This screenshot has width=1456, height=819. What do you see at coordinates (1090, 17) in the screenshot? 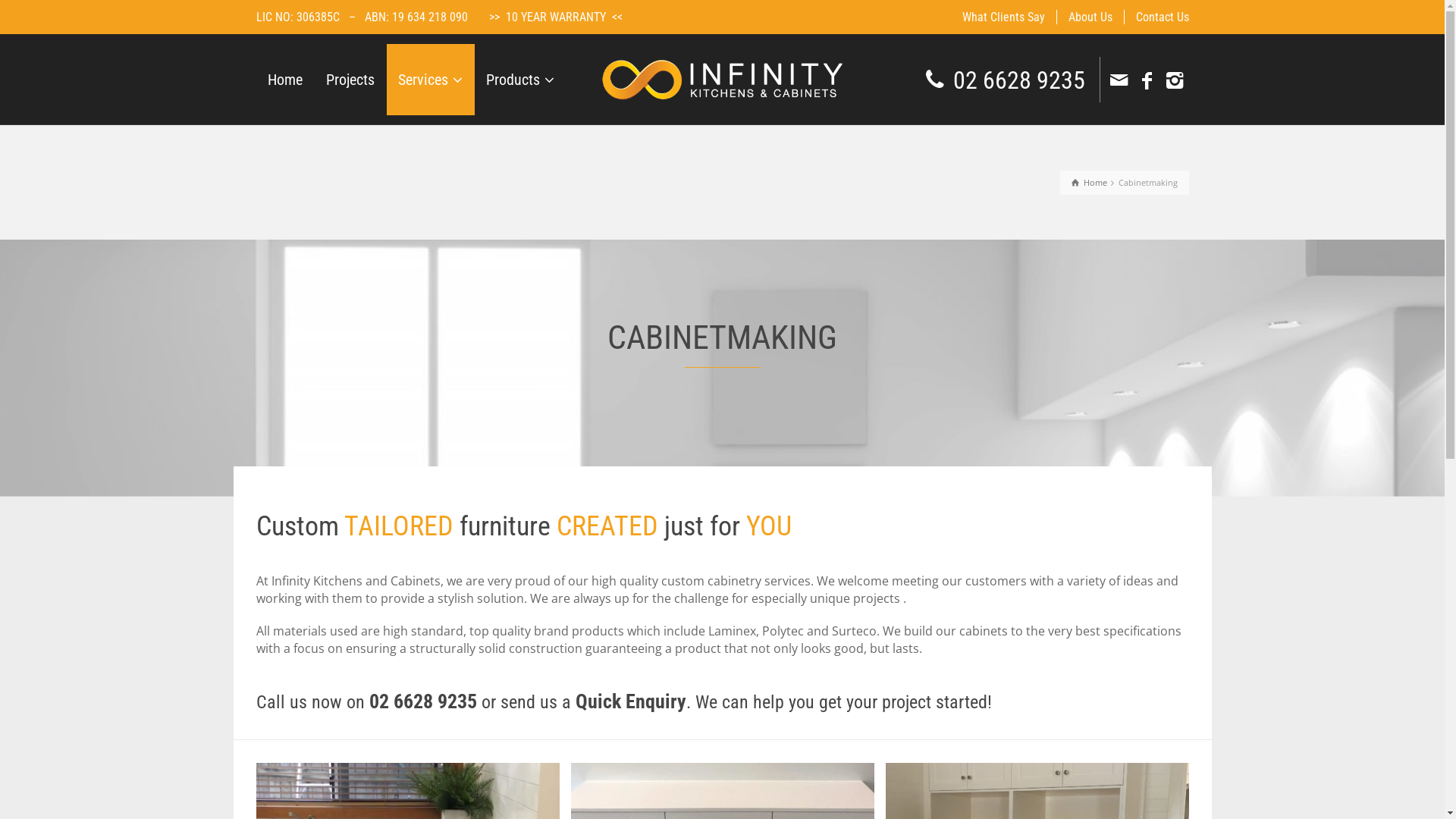
I see `'About Us'` at bounding box center [1090, 17].